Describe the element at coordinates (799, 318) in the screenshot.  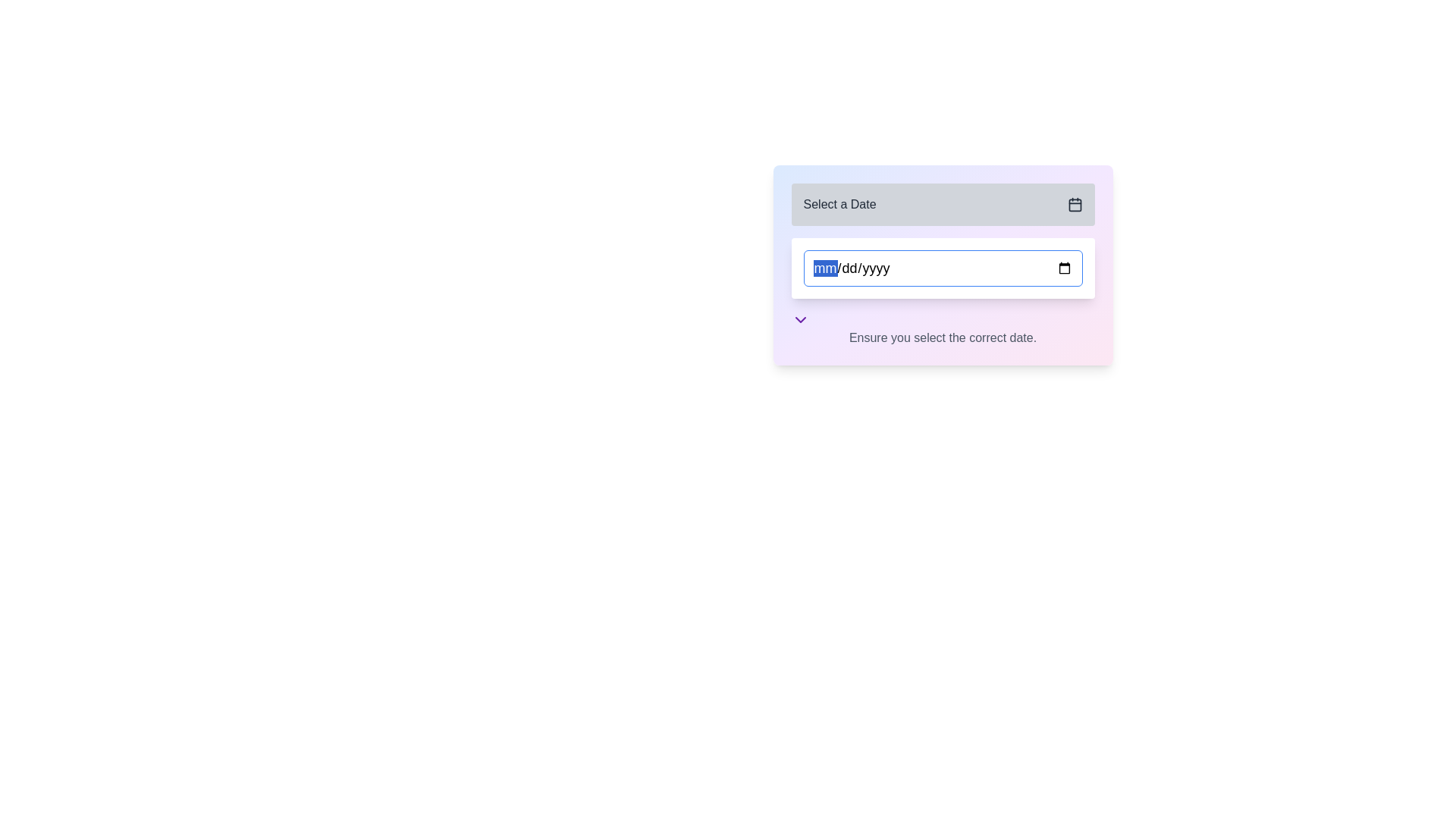
I see `the purple downward-pointing chevron icon located beneath the date input field, which serves as a dropdown indicator` at that location.